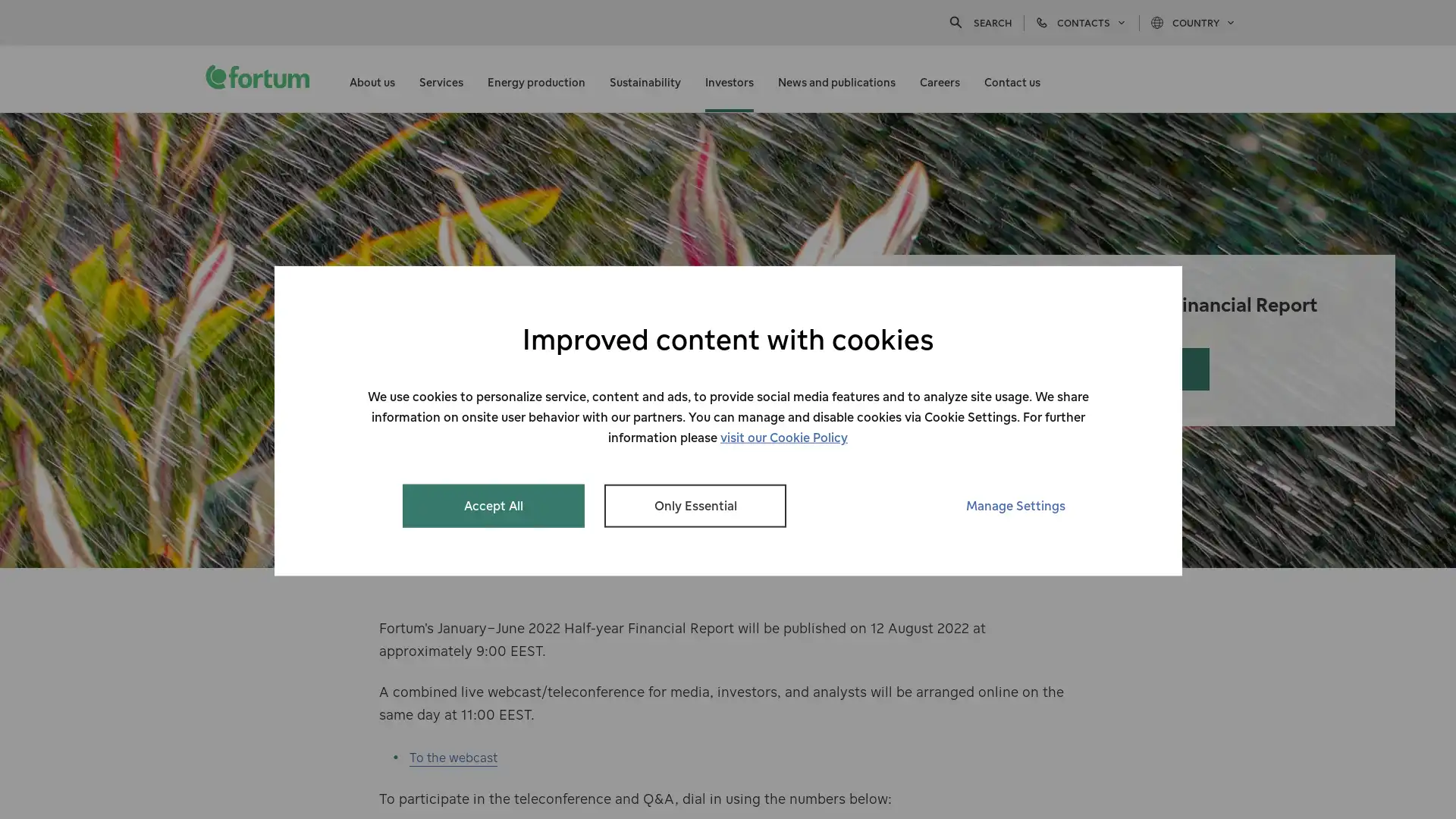 The image size is (1456, 819). What do you see at coordinates (729, 79) in the screenshot?
I see `Investors` at bounding box center [729, 79].